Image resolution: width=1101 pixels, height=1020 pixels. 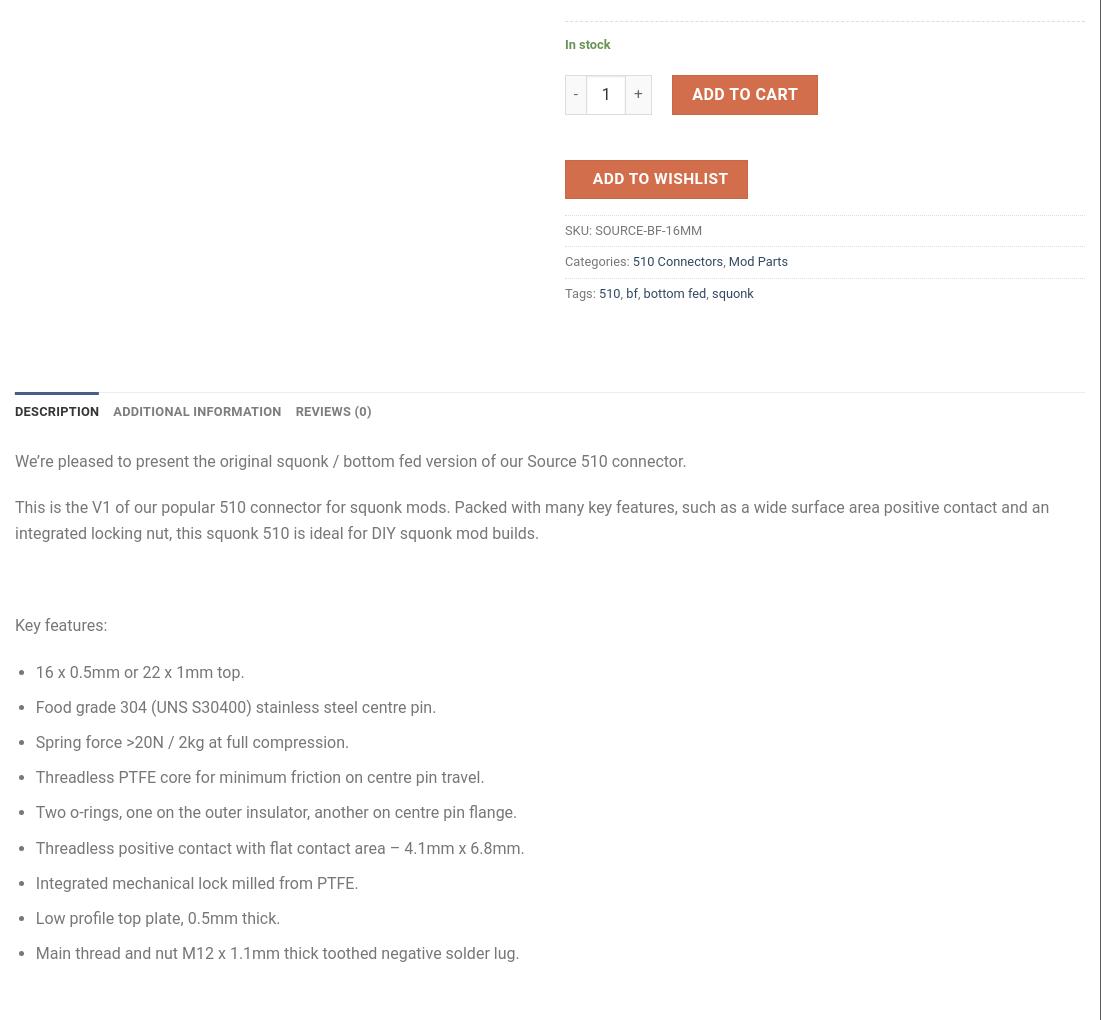 I want to click on 'Two o-rings, one on the outer insulator, another on centre pin flange.', so click(x=34, y=812).